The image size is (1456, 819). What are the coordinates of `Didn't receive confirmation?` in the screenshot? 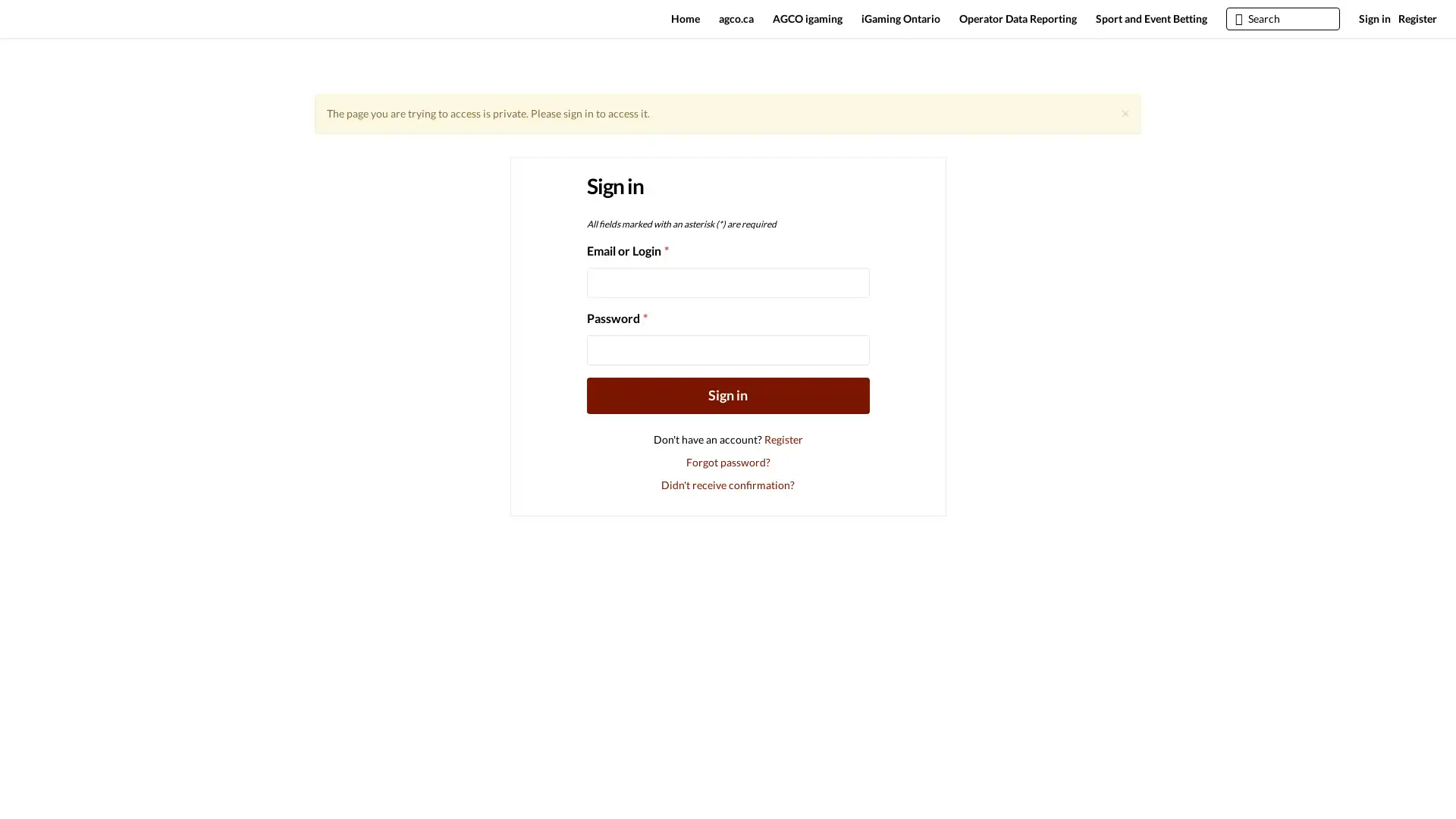 It's located at (728, 491).